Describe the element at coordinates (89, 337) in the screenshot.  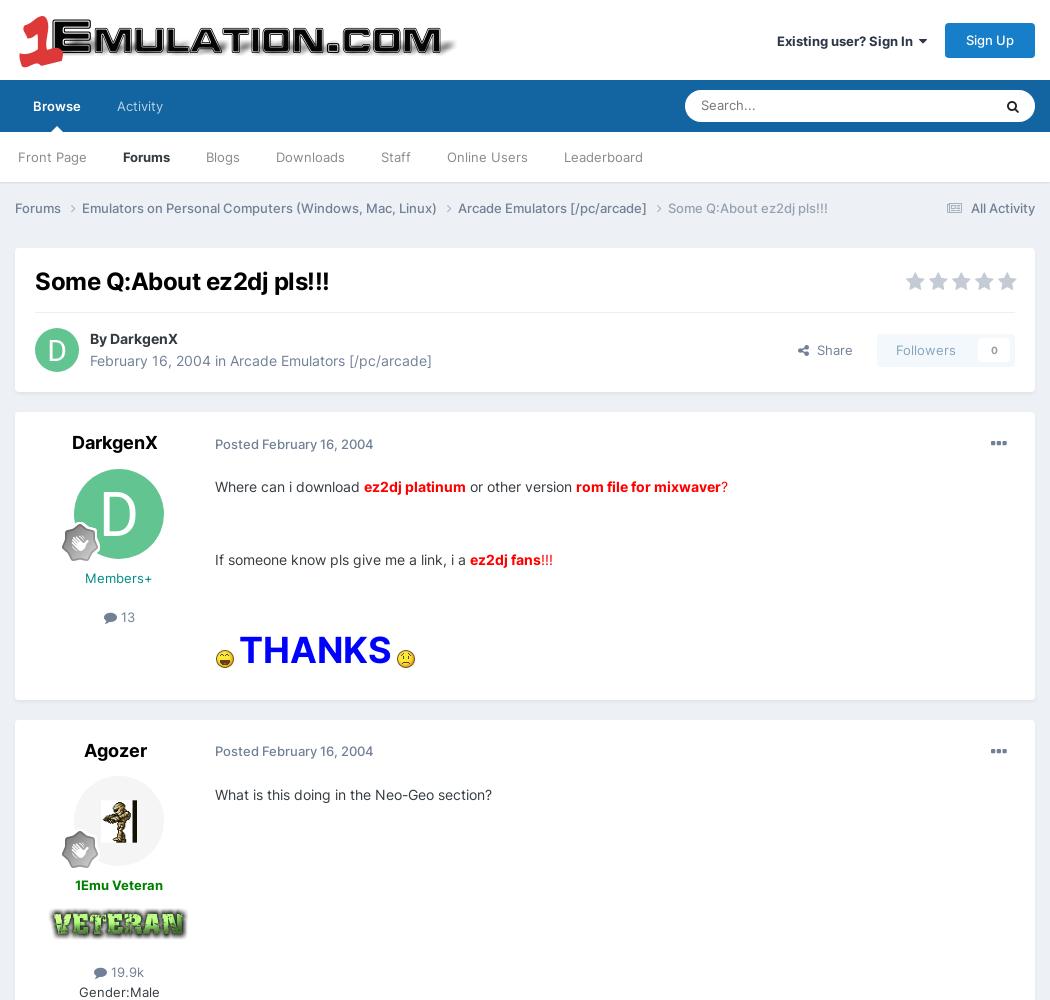
I see `'By'` at that location.